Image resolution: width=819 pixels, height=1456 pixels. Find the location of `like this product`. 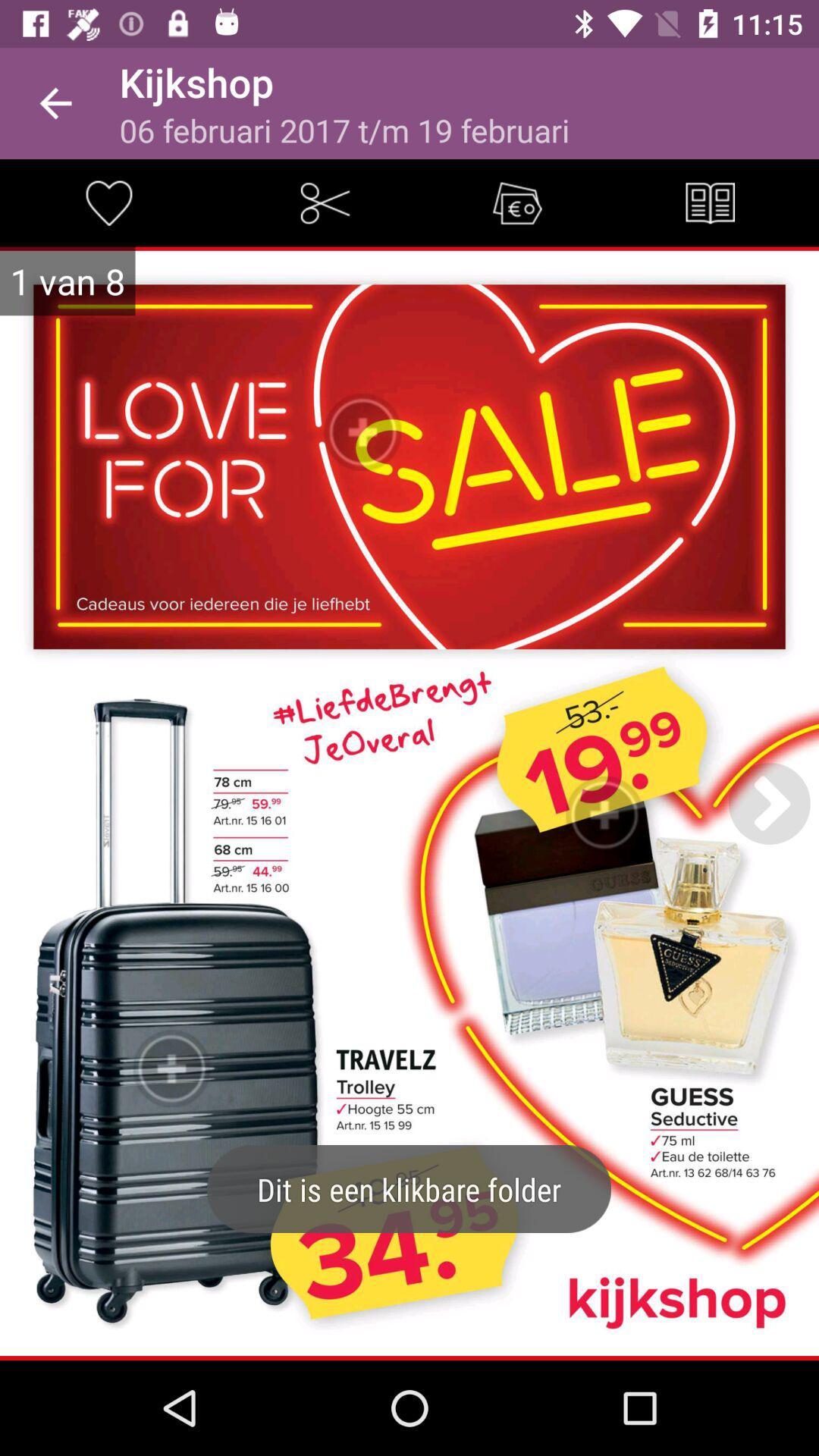

like this product is located at coordinates (107, 202).